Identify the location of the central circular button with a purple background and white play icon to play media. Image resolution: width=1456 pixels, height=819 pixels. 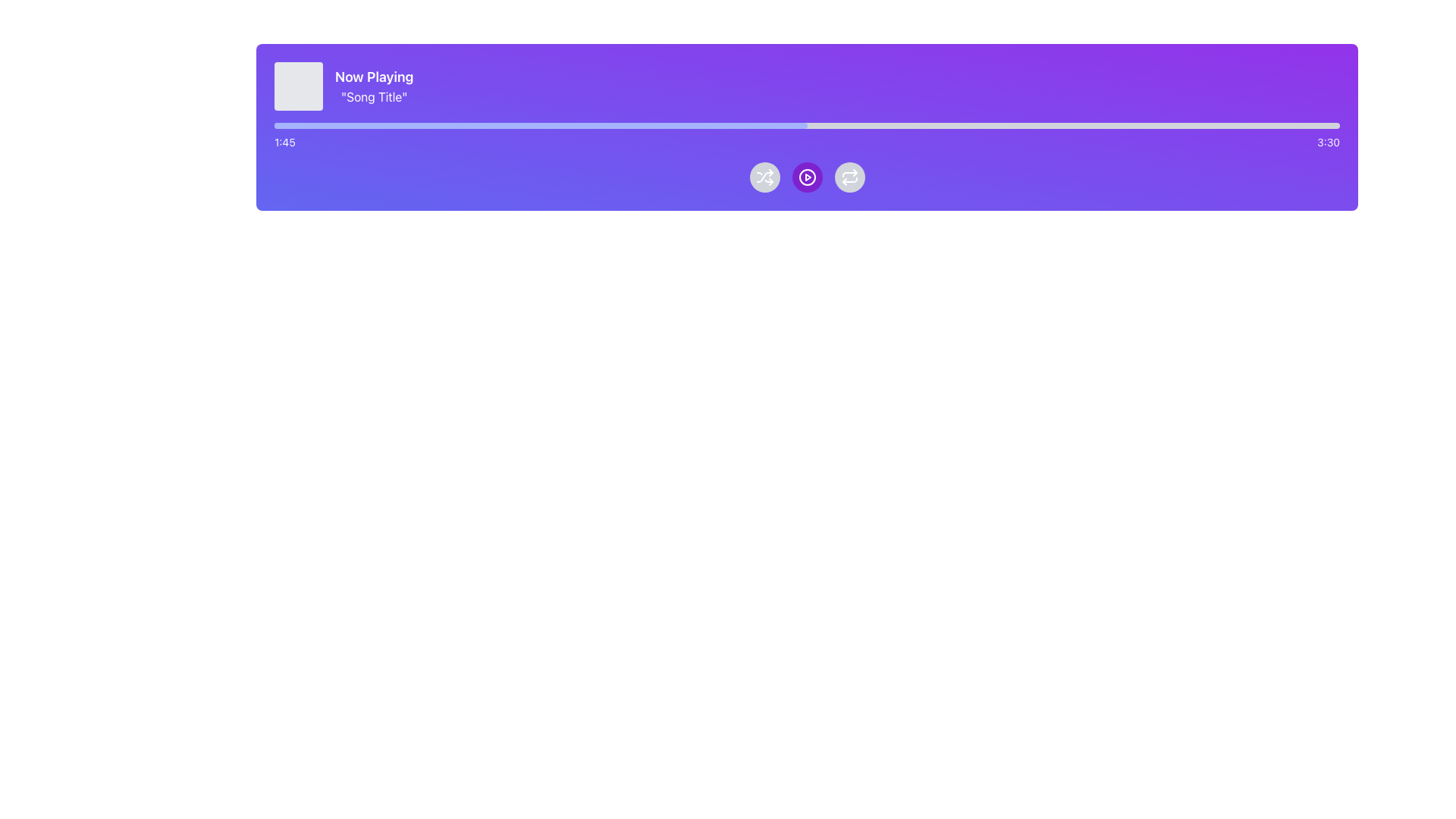
(806, 177).